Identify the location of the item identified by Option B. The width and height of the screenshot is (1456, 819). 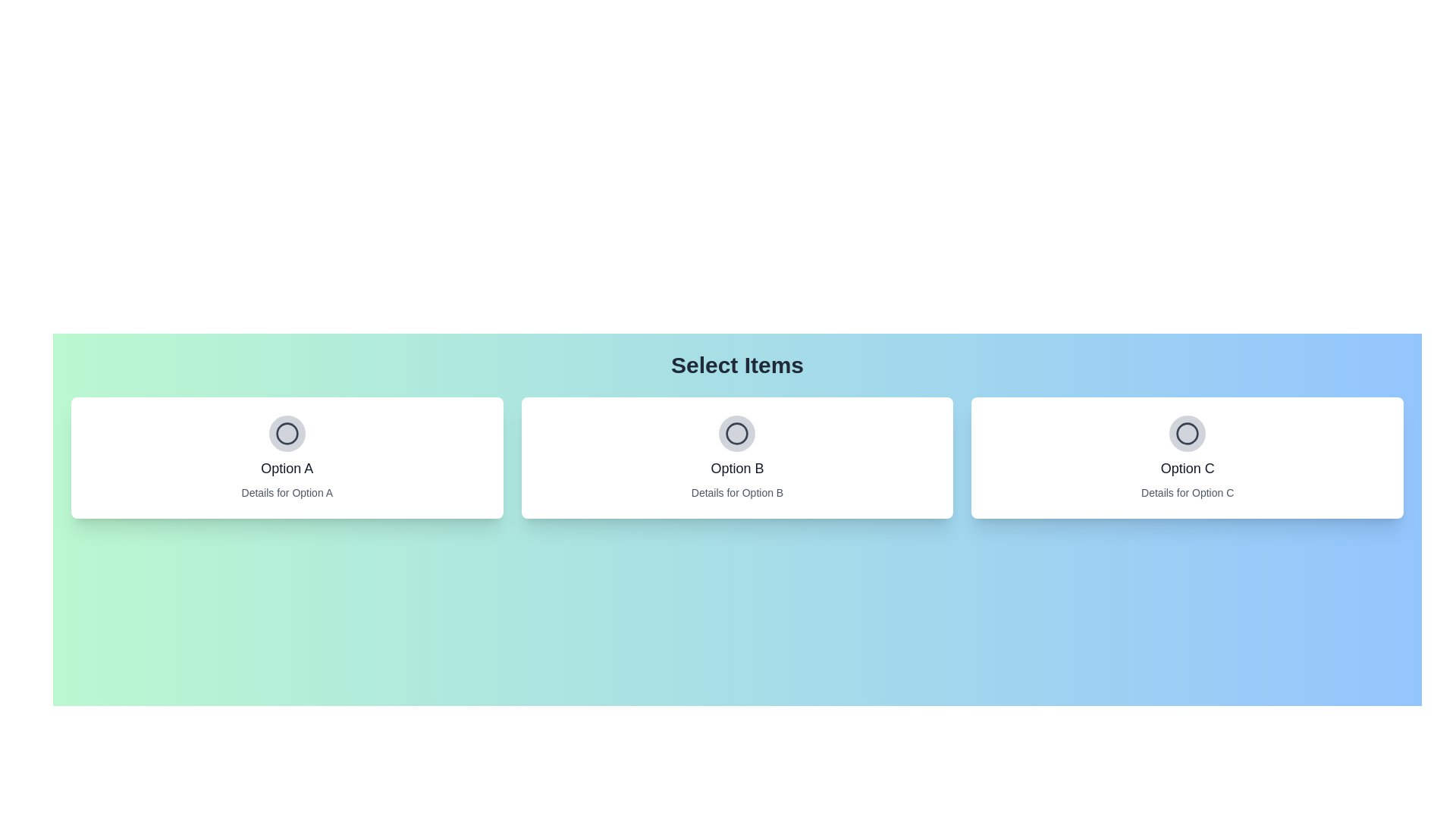
(736, 433).